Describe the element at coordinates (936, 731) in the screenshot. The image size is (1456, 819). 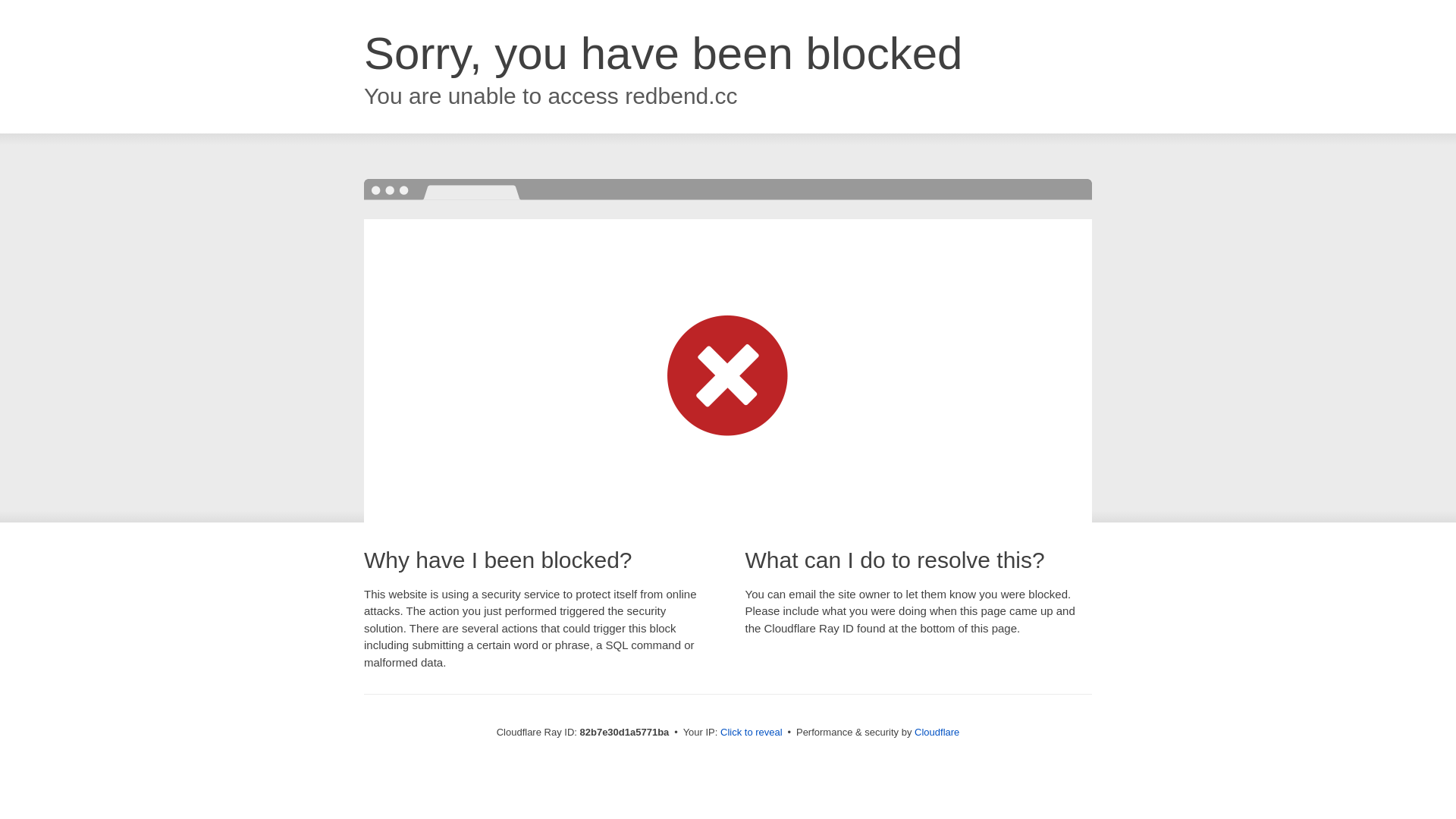
I see `'Cloudflare'` at that location.